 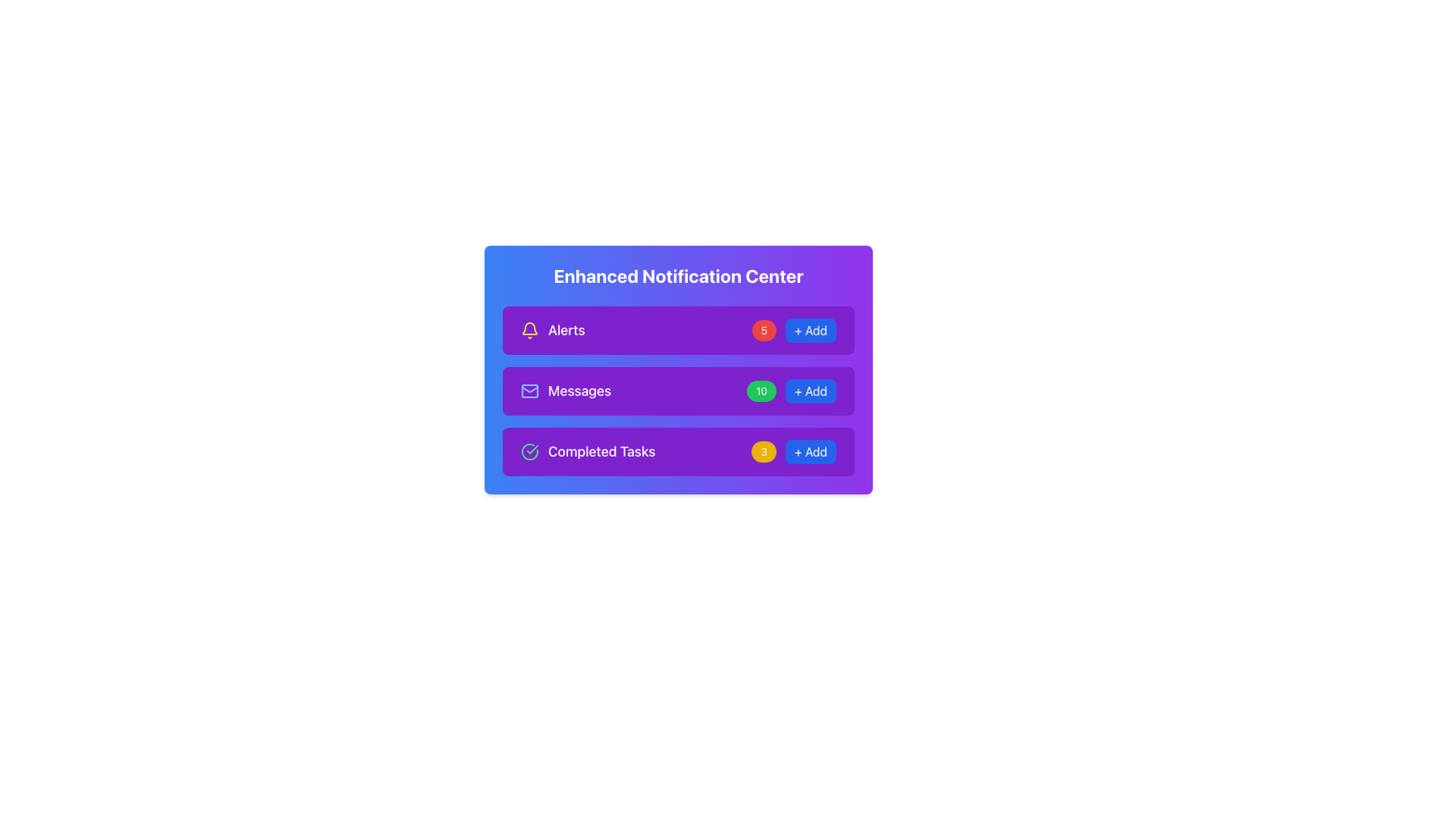 What do you see at coordinates (601, 451) in the screenshot?
I see `the 'Completed Tasks' text label, which serves as a descriptive label for the notifications associated with completed tasks, positioned to the right of a green checkmark icon` at bounding box center [601, 451].